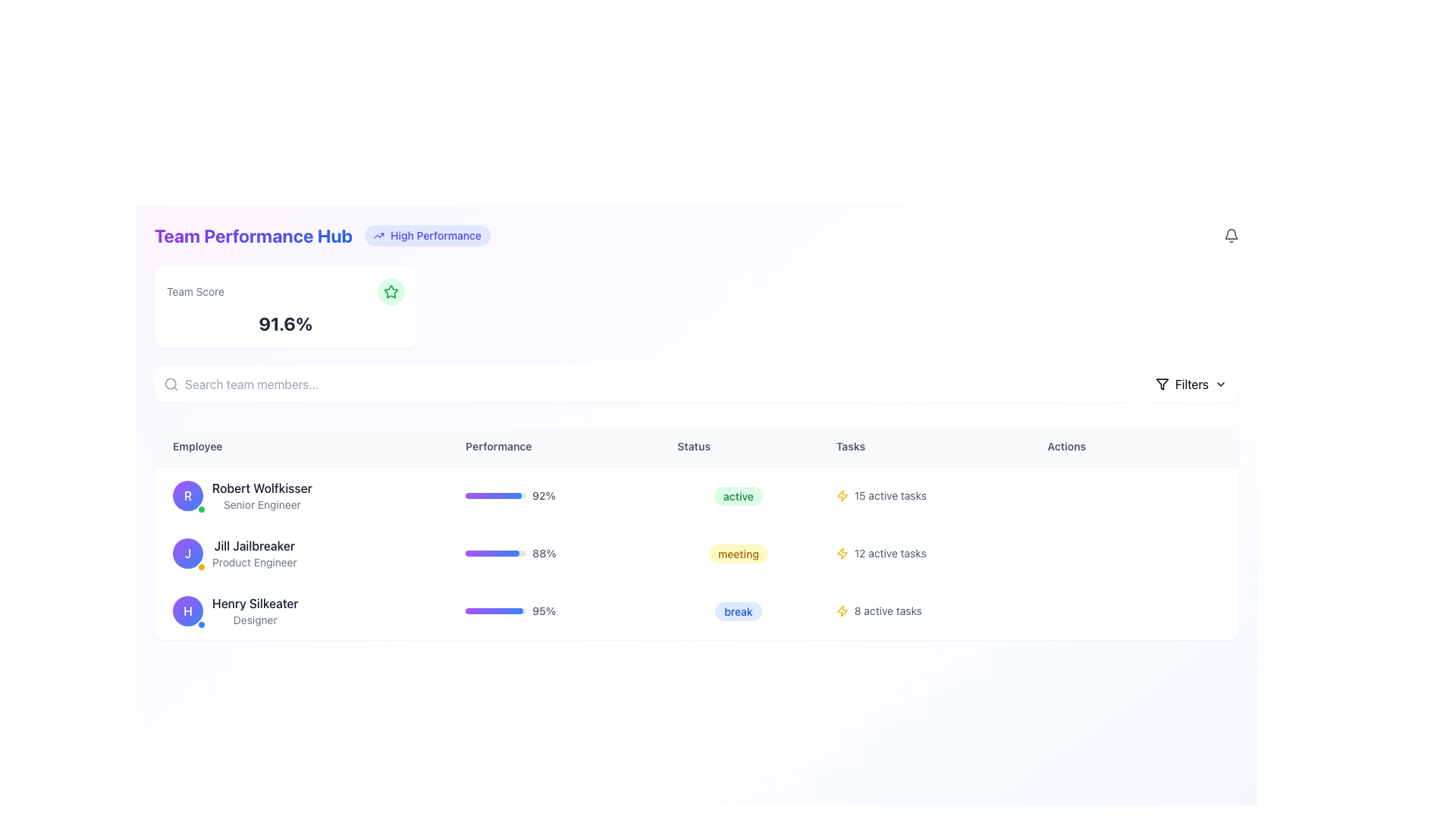 This screenshot has height=819, width=1456. Describe the element at coordinates (1092, 496) in the screenshot. I see `the button associated with 'Henry Silkeater' in the 'Actions' column` at that location.